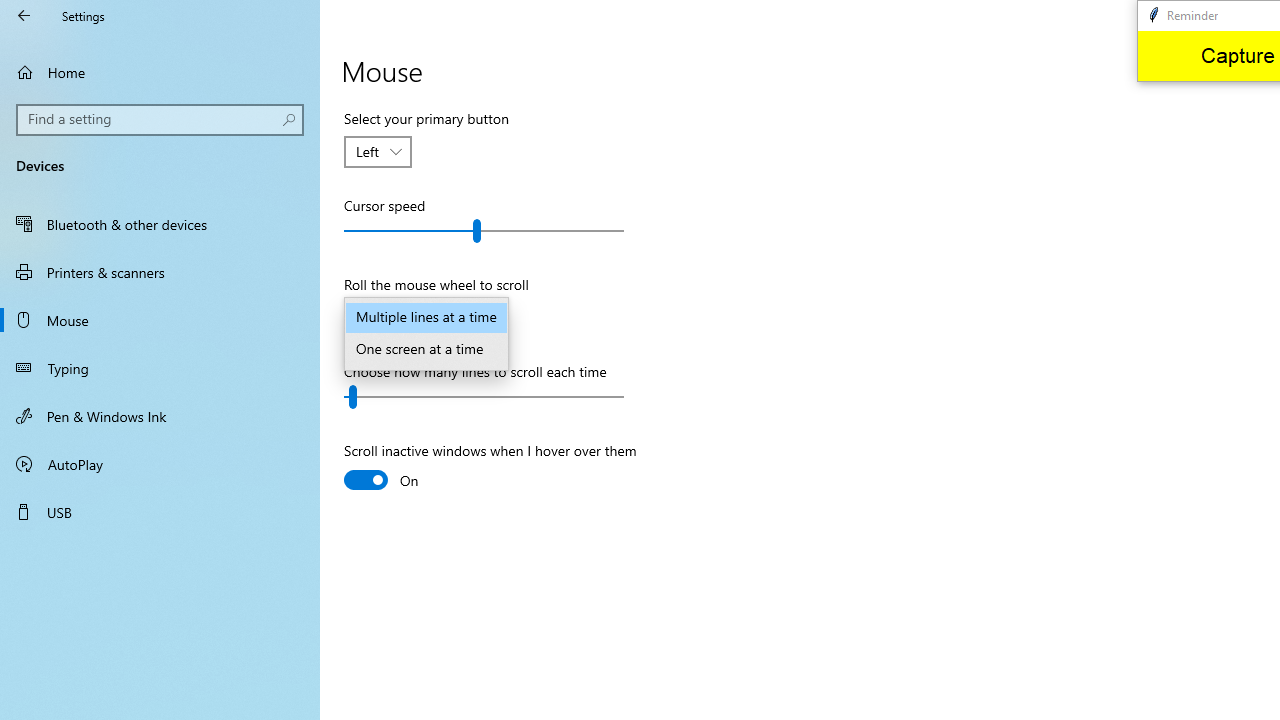  Describe the element at coordinates (160, 510) in the screenshot. I see `'USB'` at that location.